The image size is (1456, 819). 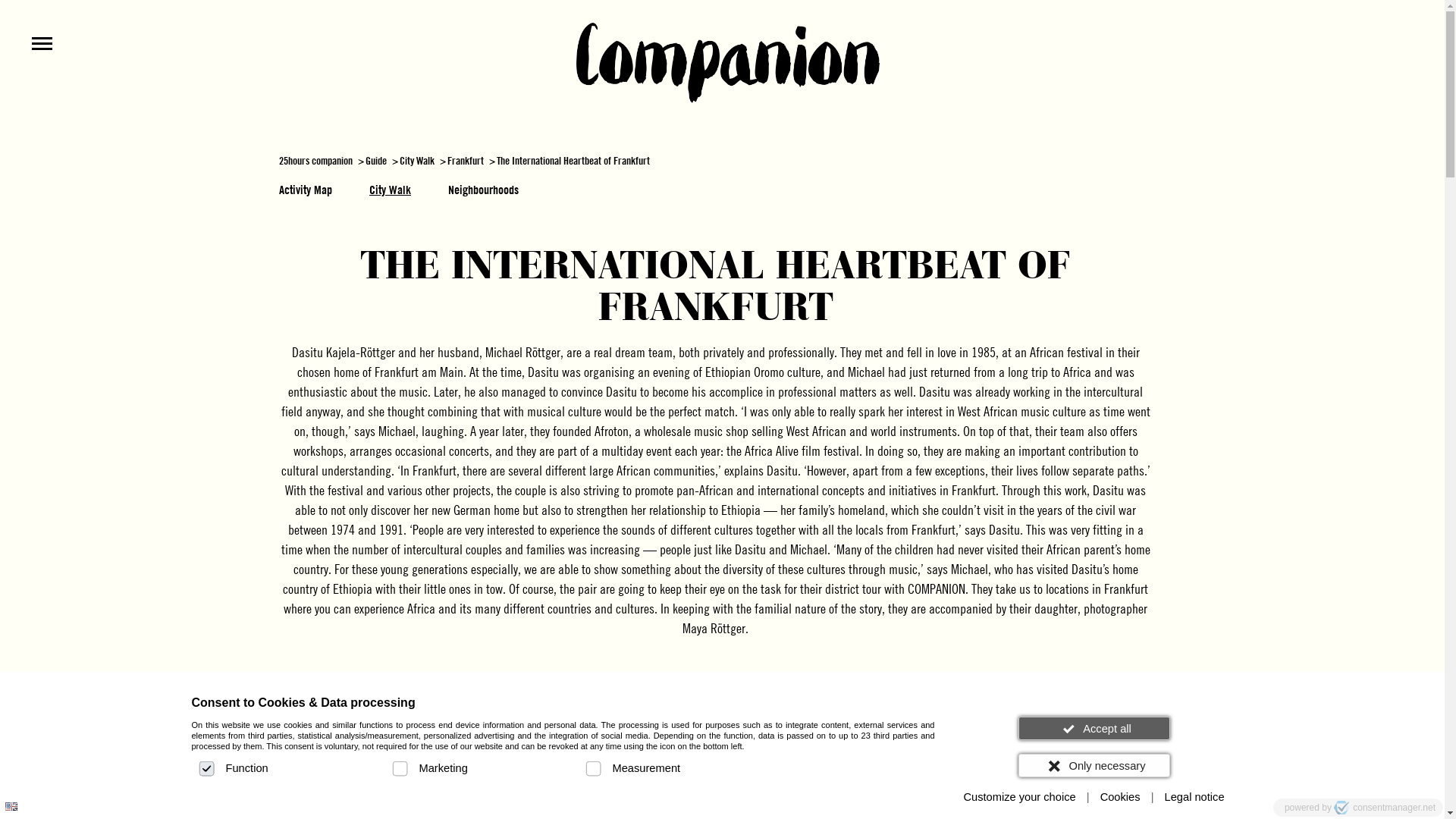 I want to click on 'City Walk', so click(x=390, y=189).